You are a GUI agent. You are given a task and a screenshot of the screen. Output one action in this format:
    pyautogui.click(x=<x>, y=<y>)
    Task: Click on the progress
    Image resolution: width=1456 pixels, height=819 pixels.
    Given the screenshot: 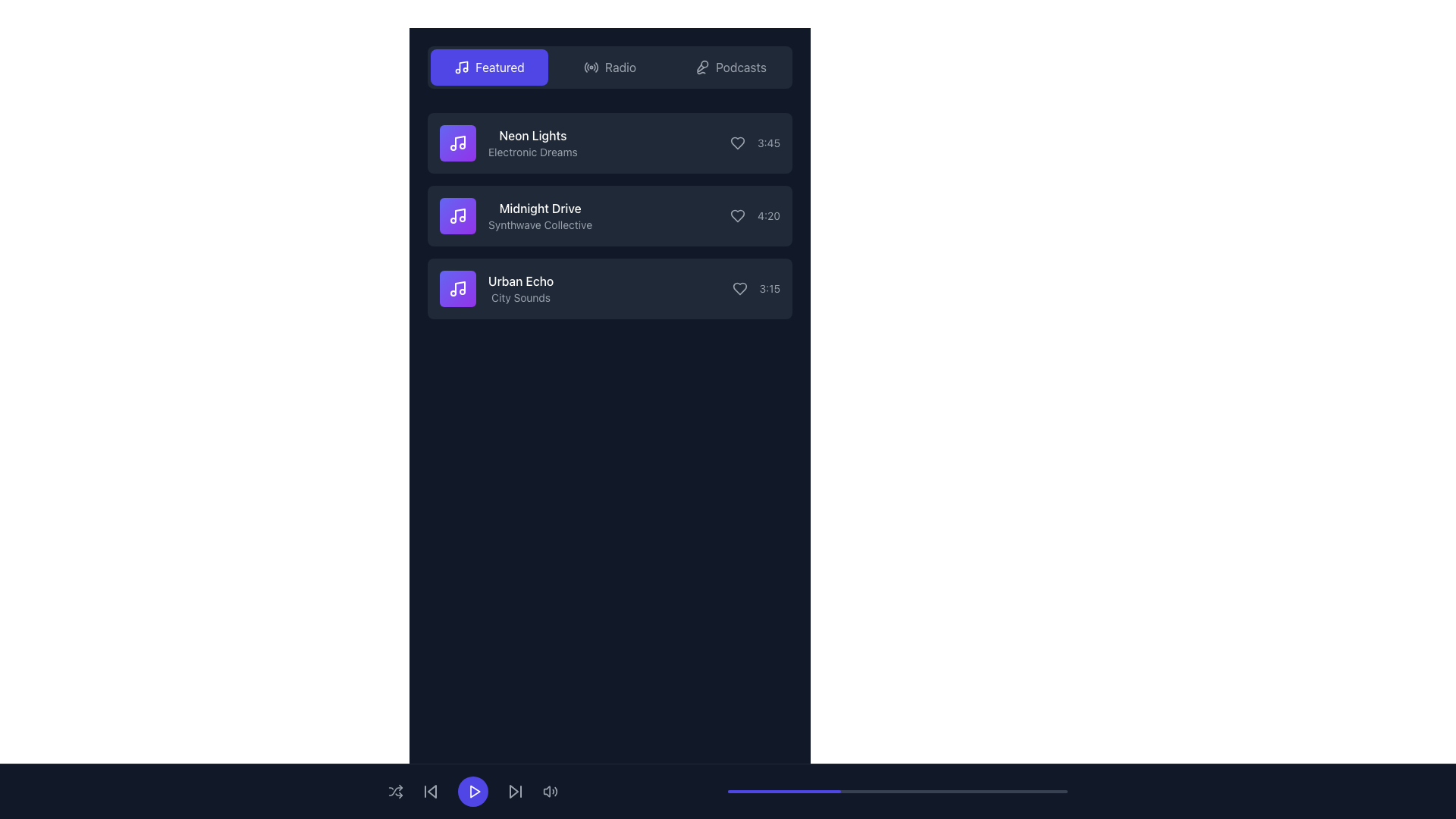 What is the action you would take?
    pyautogui.click(x=822, y=791)
    